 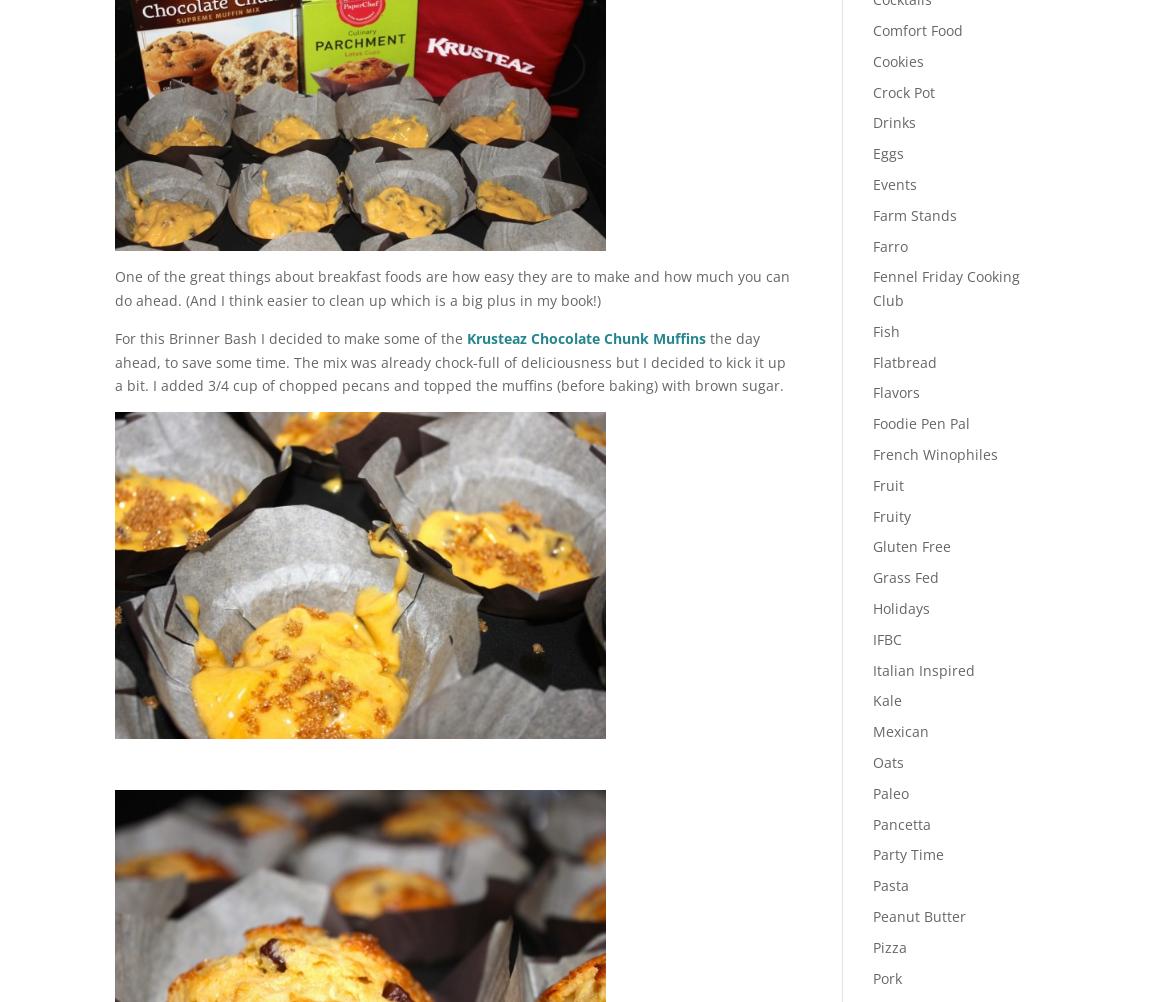 I want to click on 'Farm Stands', so click(x=914, y=214).